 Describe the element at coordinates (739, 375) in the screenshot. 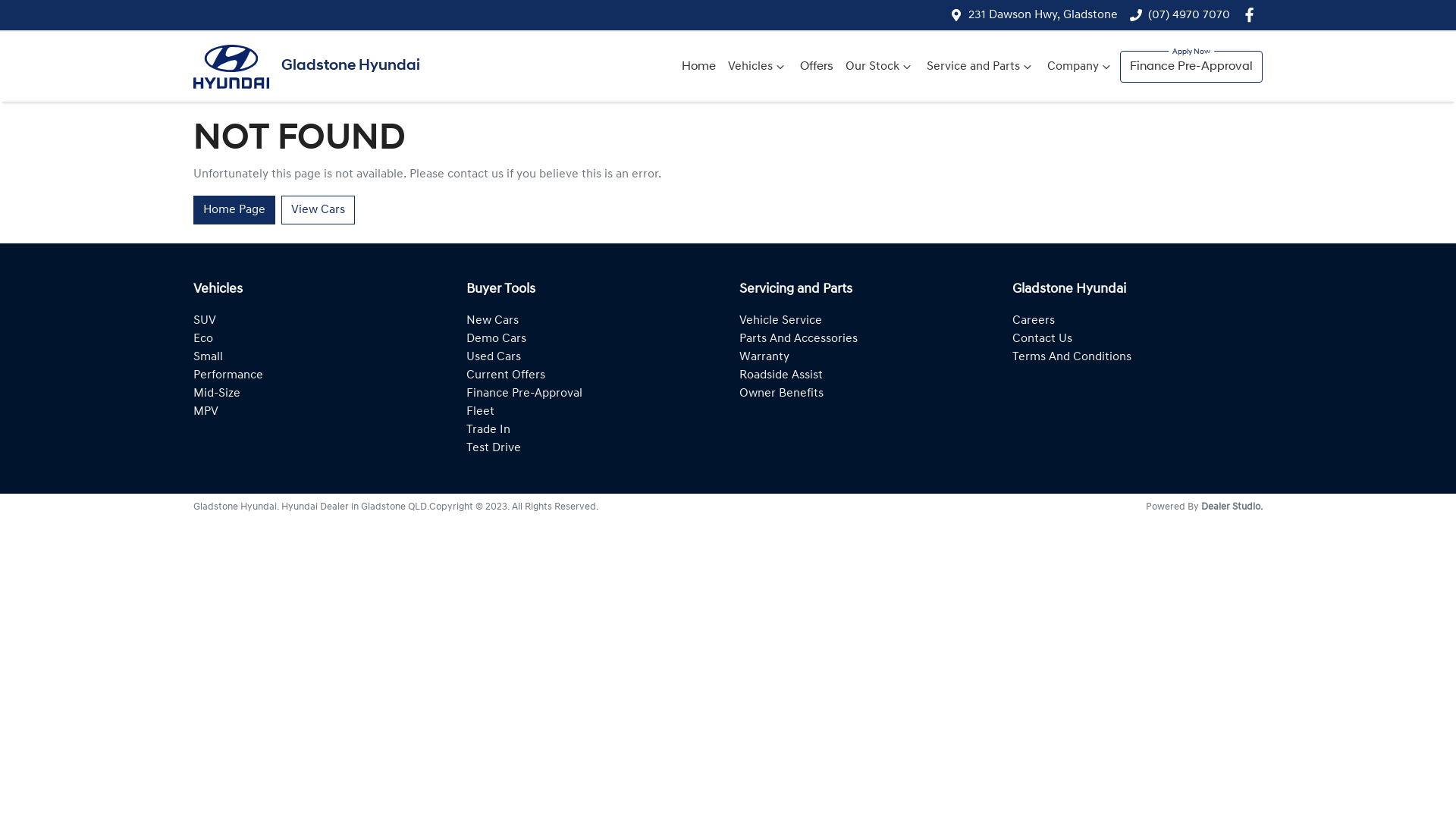

I see `'Roadside Assist'` at that location.